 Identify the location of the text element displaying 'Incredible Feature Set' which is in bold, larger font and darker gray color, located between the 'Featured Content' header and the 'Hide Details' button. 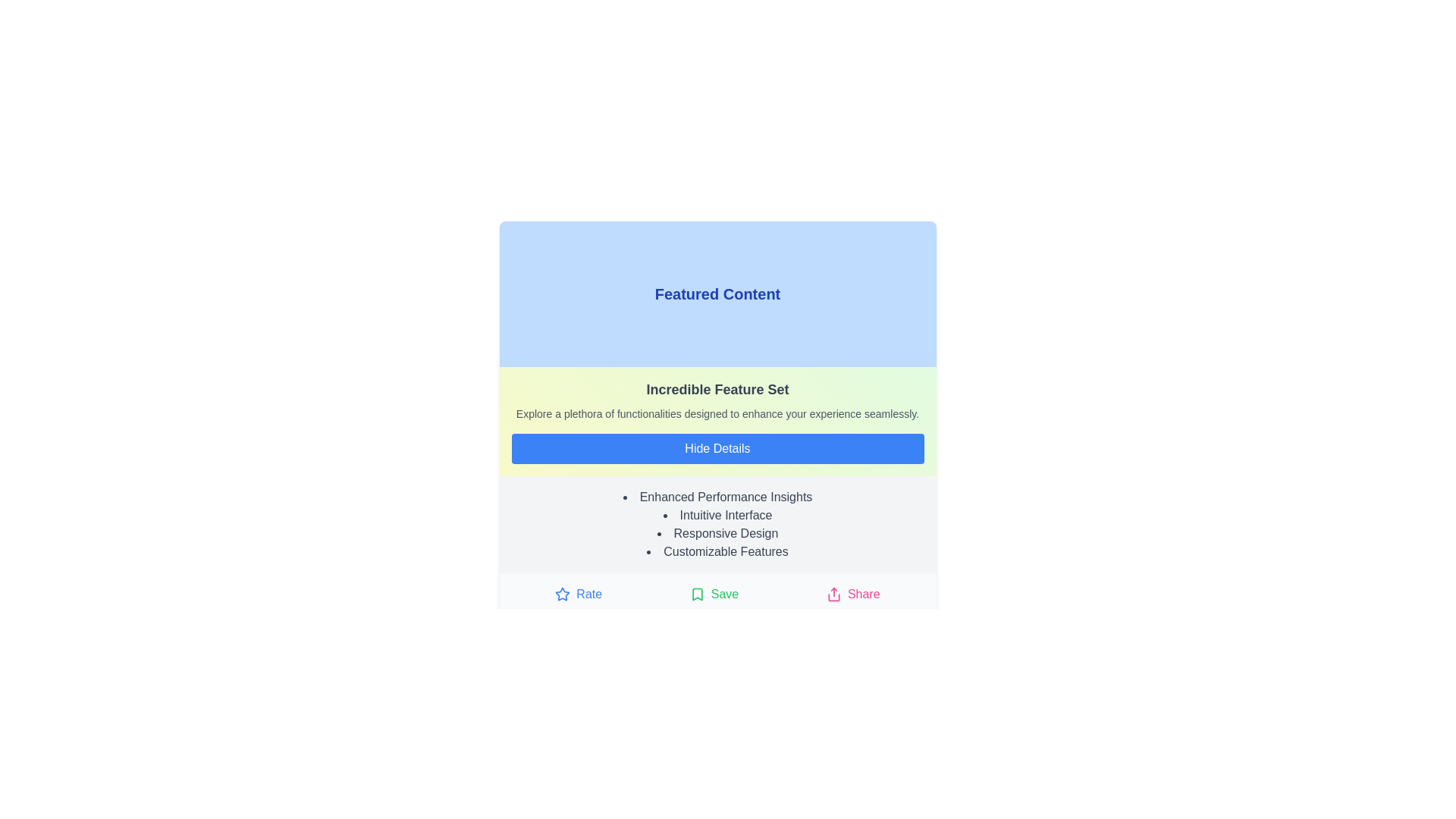
(717, 388).